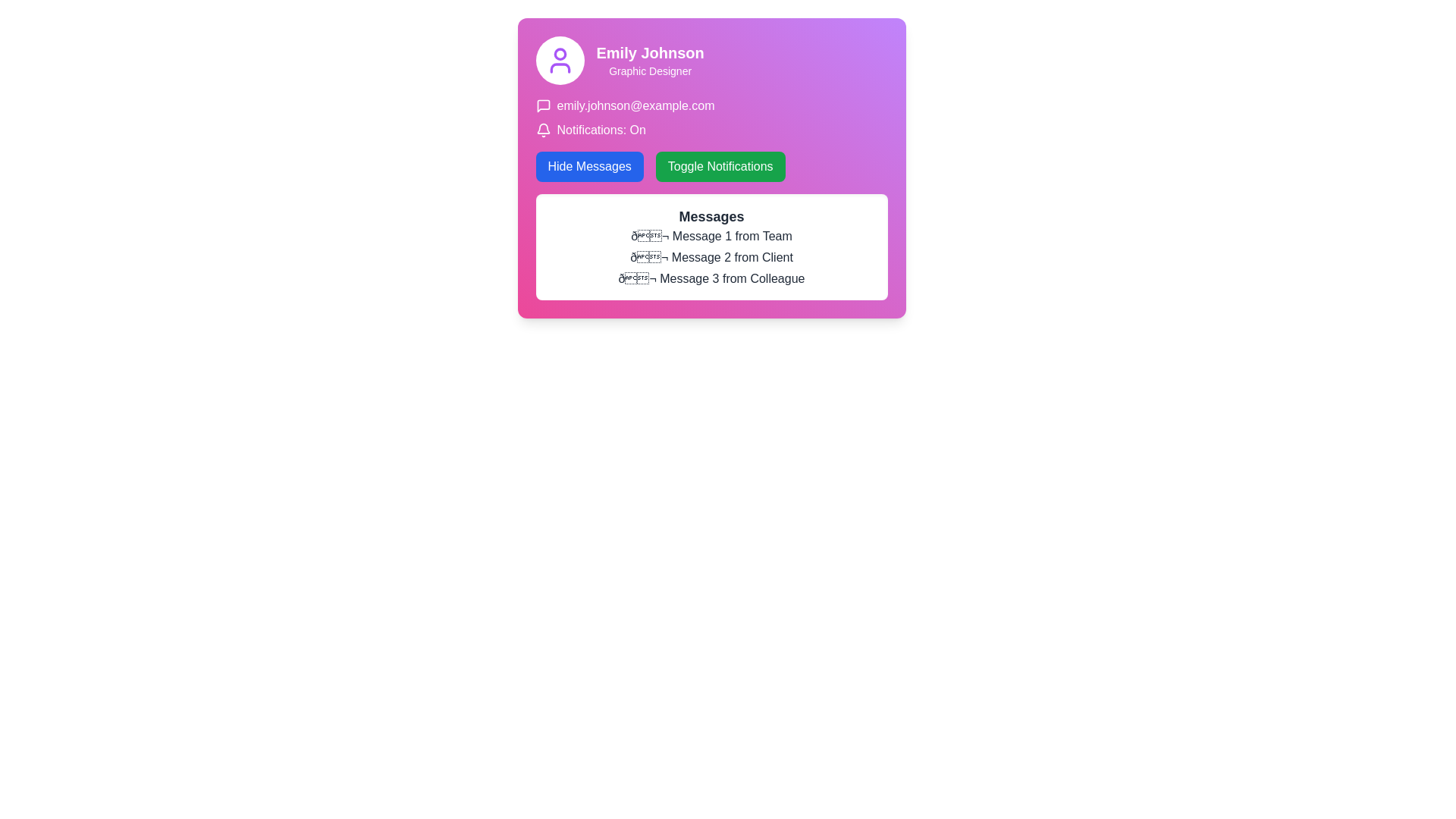 Image resolution: width=1456 pixels, height=819 pixels. What do you see at coordinates (543, 130) in the screenshot?
I see `the notification icon located to the left of the text 'Notifications: On' in the user notifications section` at bounding box center [543, 130].